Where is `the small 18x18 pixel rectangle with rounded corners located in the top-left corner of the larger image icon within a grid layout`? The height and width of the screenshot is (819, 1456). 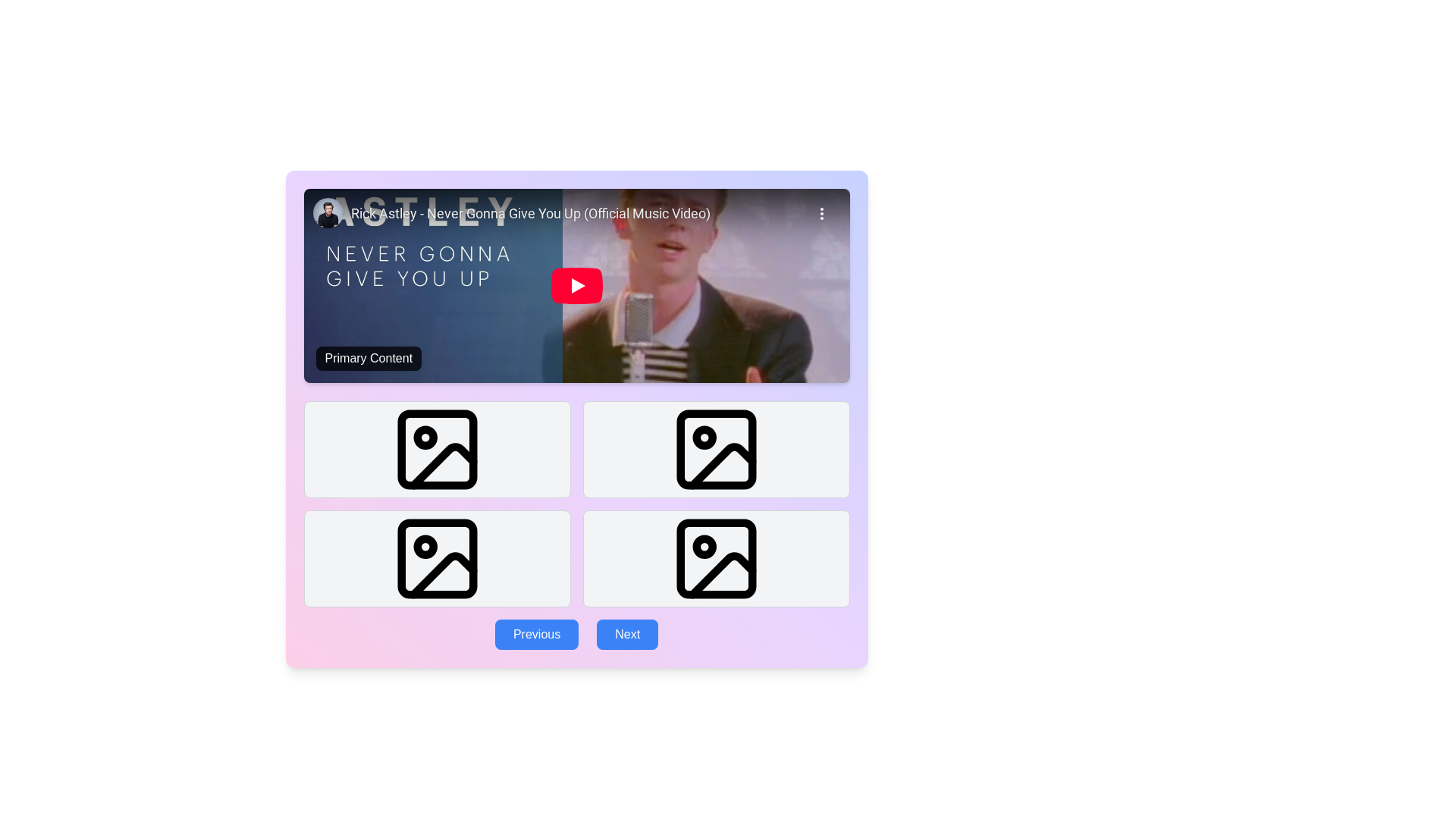
the small 18x18 pixel rectangle with rounded corners located in the top-left corner of the larger image icon within a grid layout is located at coordinates (436, 449).